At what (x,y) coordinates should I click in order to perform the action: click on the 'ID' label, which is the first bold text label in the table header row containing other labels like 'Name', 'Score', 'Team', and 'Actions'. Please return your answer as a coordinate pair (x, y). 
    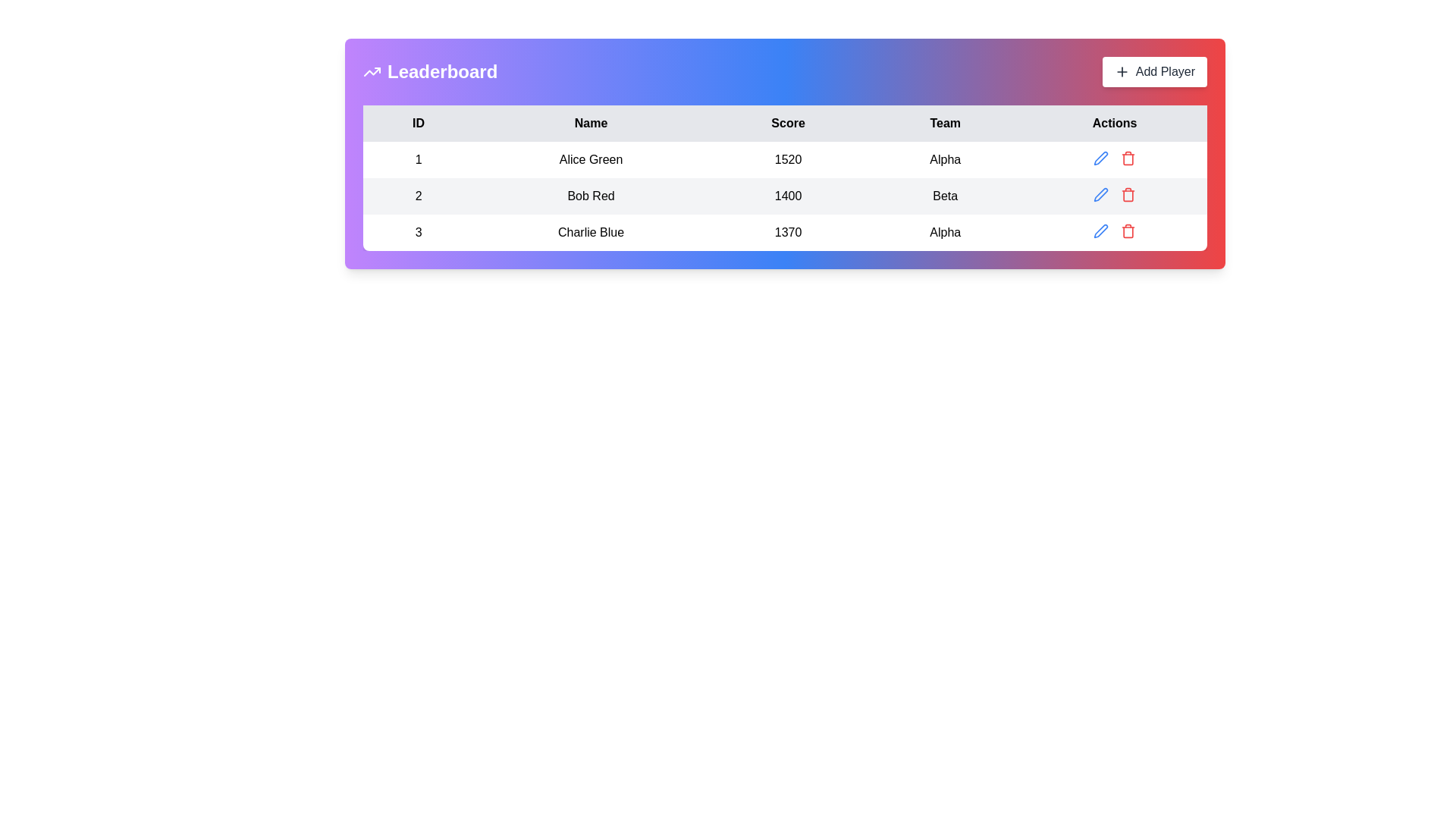
    Looking at the image, I should click on (419, 122).